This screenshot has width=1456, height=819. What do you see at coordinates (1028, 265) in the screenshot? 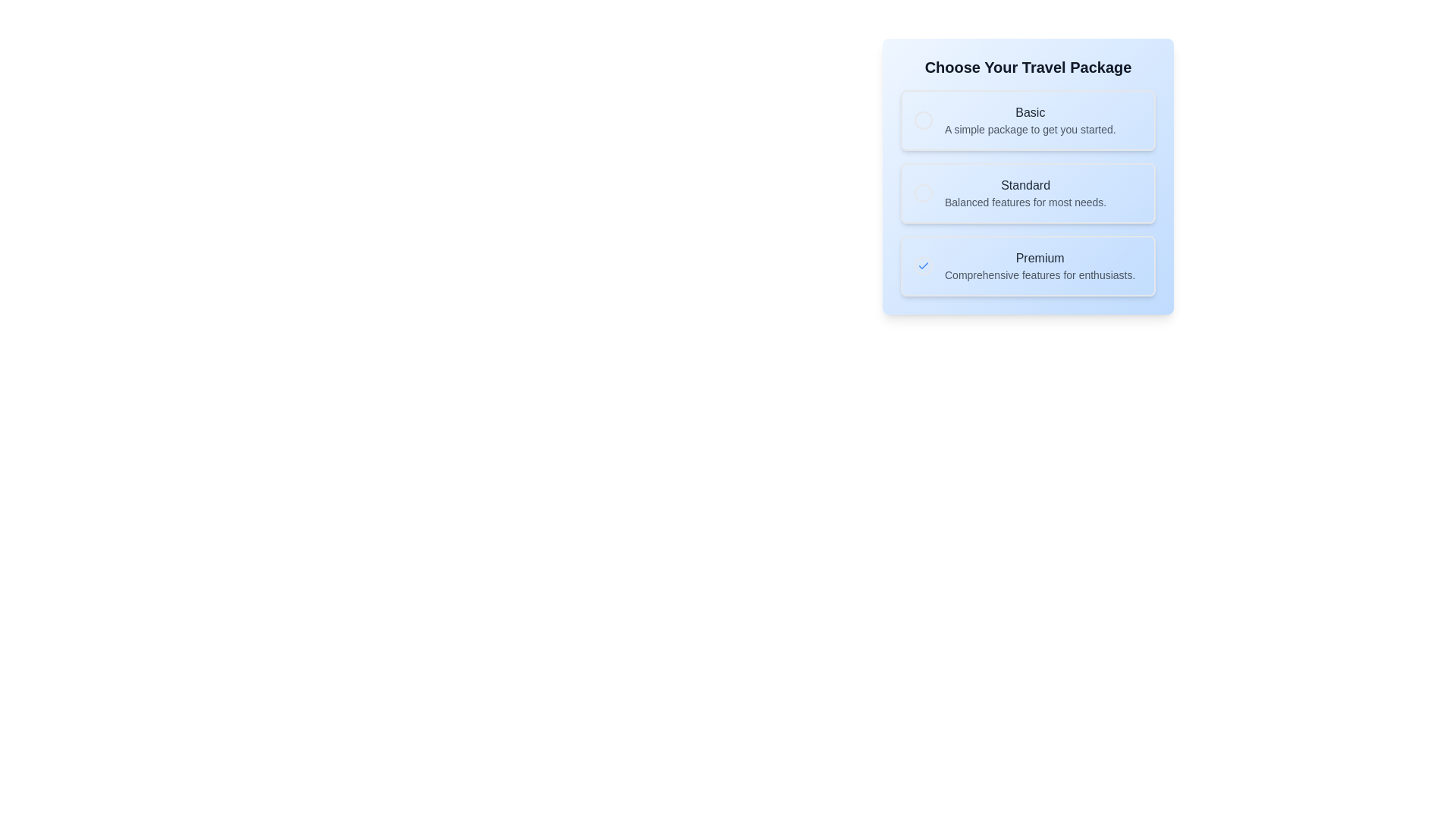
I see `the 'Premium' travel package selectable card to trigger the hover effect, which is the third option in the vertically arranged list beneath the 'Standard' option` at bounding box center [1028, 265].